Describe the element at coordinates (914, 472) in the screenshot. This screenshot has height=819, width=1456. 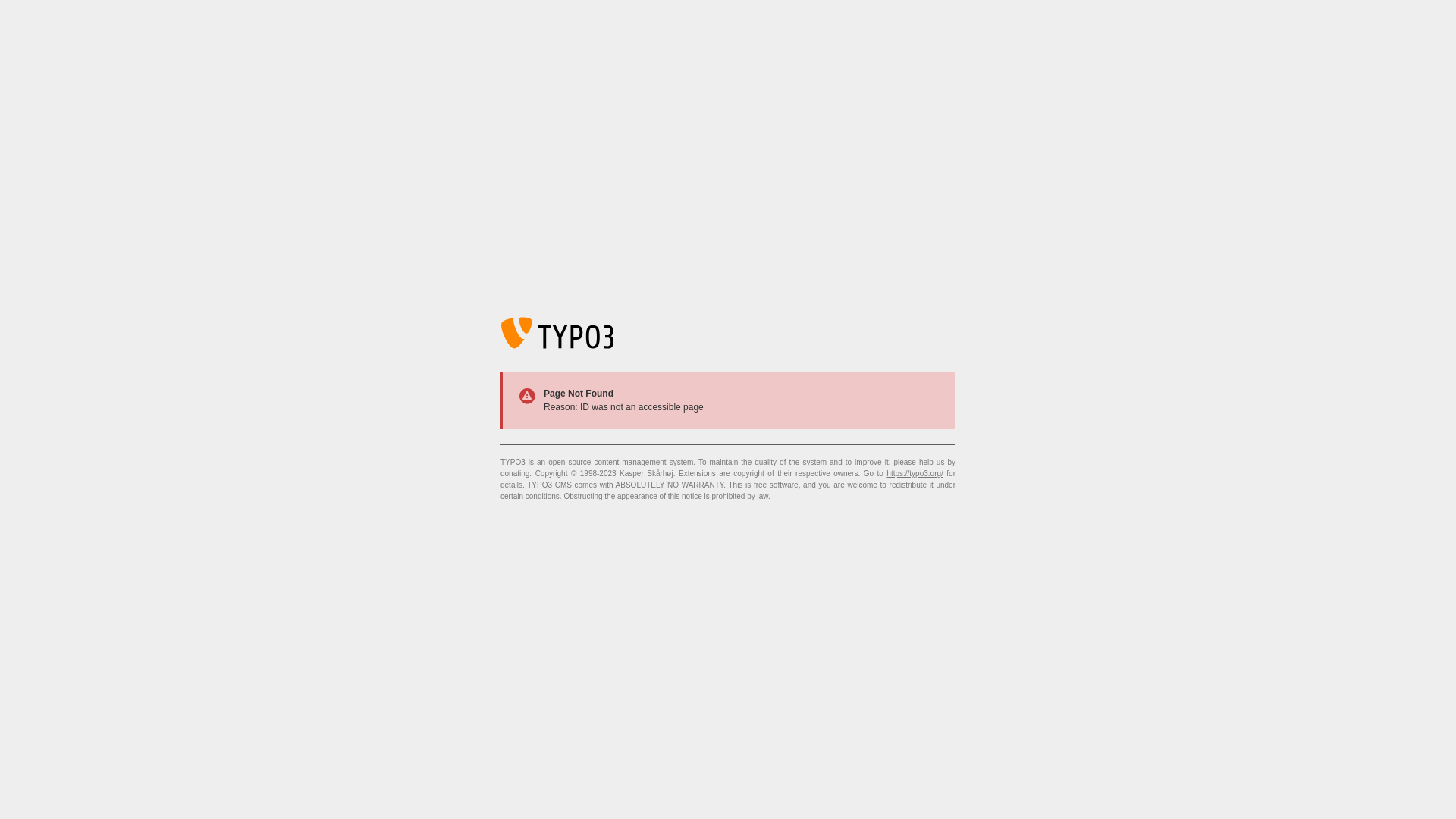
I see `'https://typo3.org/'` at that location.